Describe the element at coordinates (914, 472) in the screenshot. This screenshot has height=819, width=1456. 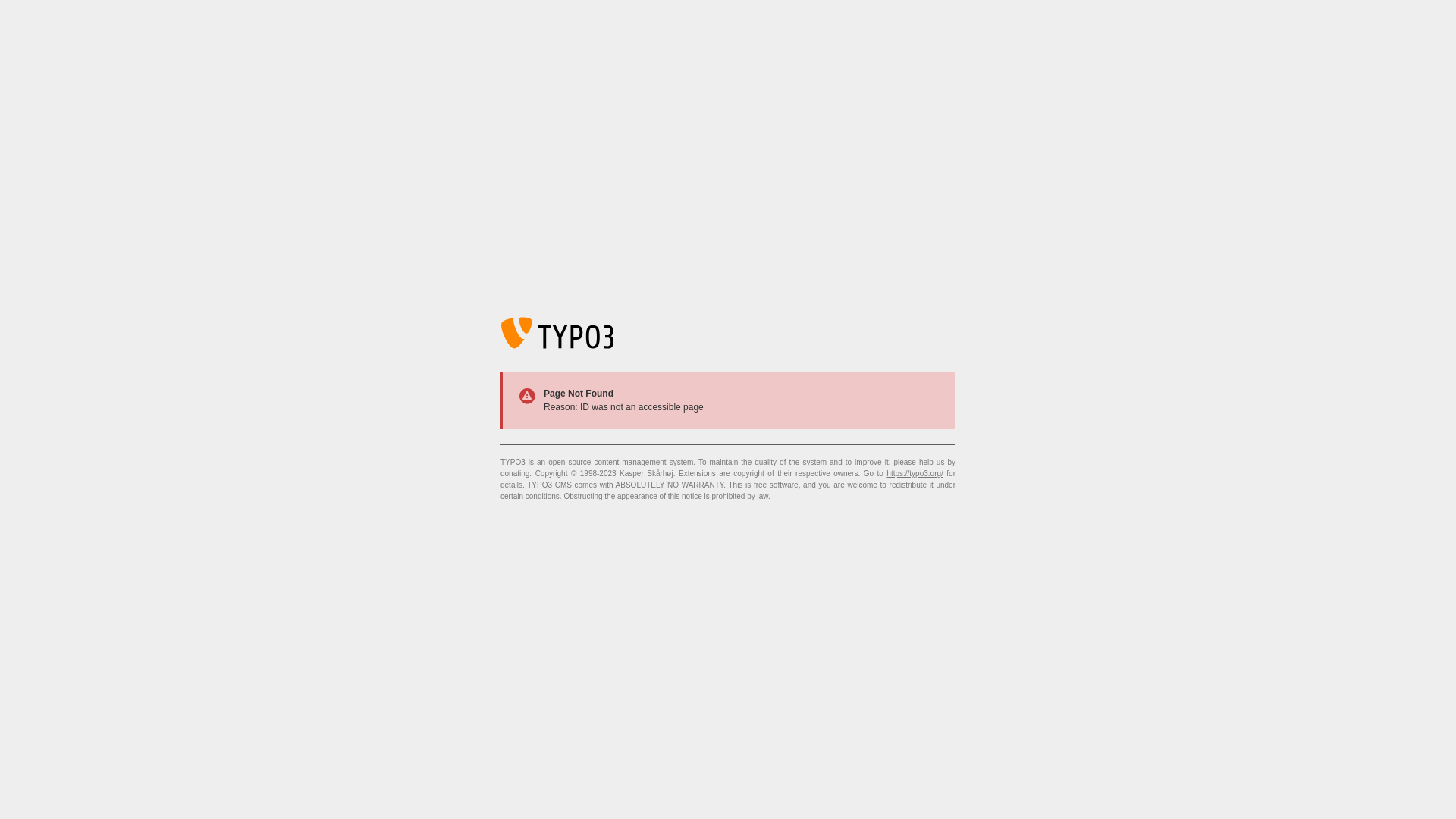
I see `'https://typo3.org/'` at that location.